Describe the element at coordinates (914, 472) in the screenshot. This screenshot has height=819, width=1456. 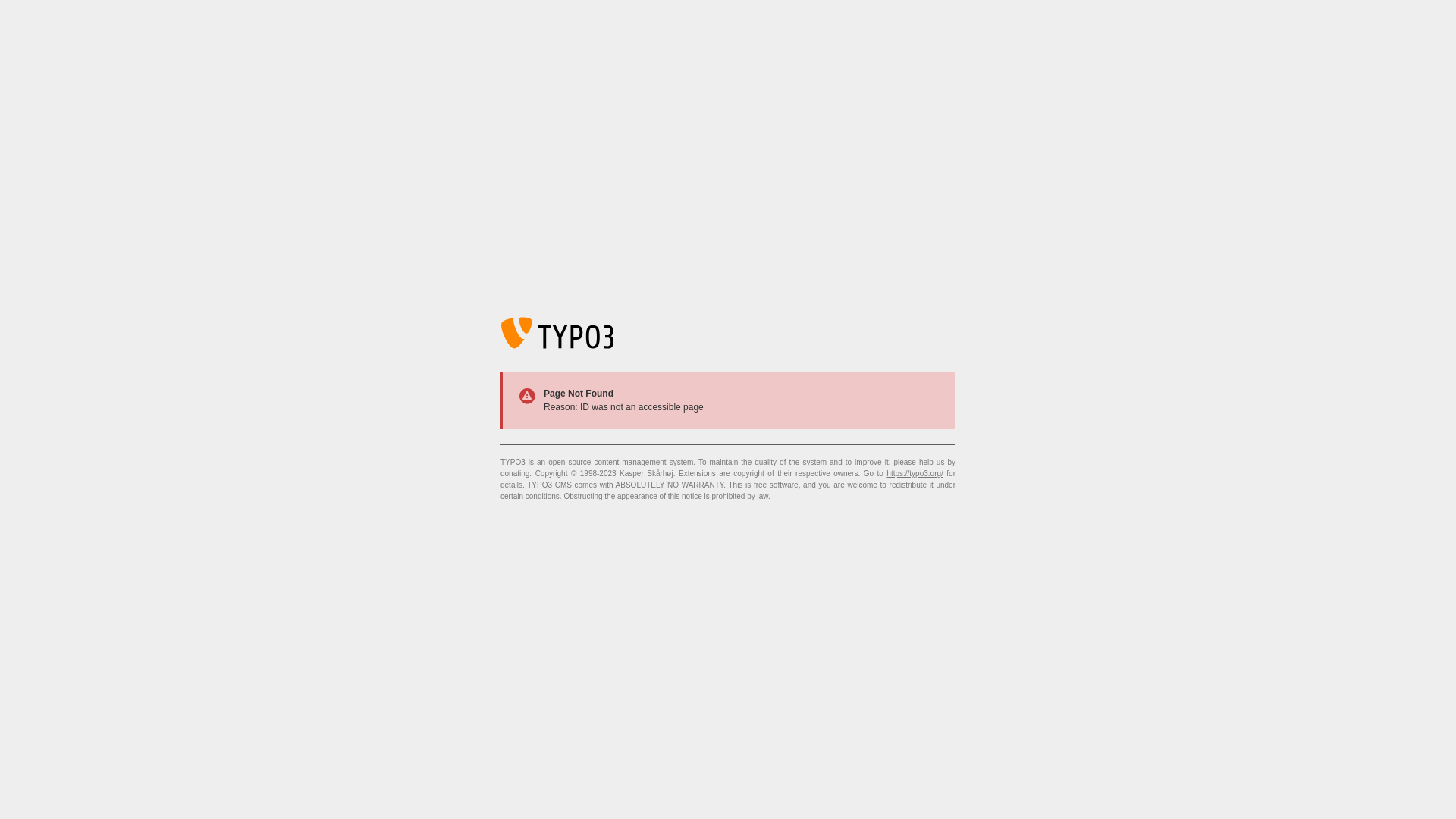
I see `'https://typo3.org/'` at that location.